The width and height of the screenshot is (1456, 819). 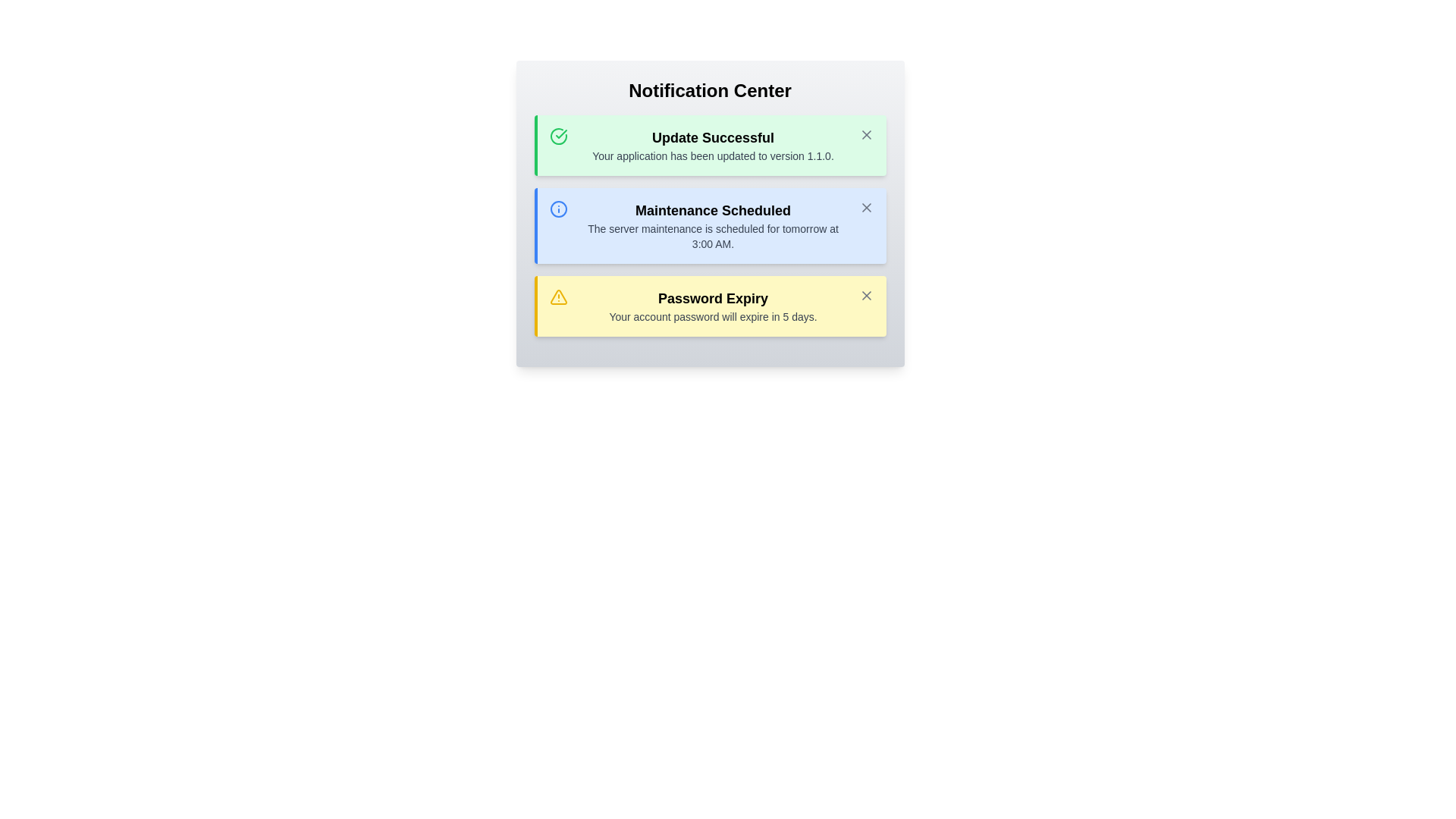 I want to click on text snippet that states 'The server maintenance is scheduled for tomorrow at 3:00 AM.' located below the bold text 'Maintenance Scheduled' inside the blue notification card in the Notification Center, so click(x=712, y=237).